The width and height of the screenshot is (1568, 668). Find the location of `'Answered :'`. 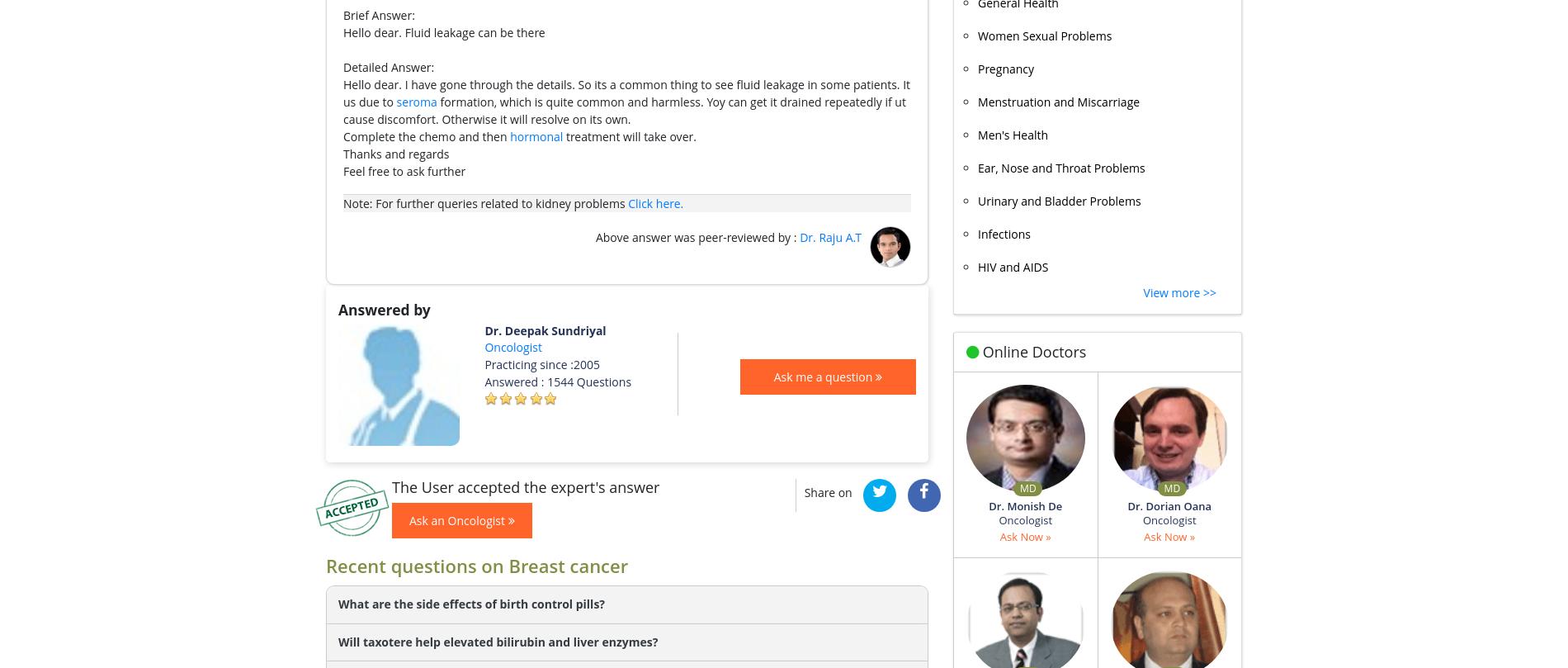

'Answered :' is located at coordinates (515, 380).